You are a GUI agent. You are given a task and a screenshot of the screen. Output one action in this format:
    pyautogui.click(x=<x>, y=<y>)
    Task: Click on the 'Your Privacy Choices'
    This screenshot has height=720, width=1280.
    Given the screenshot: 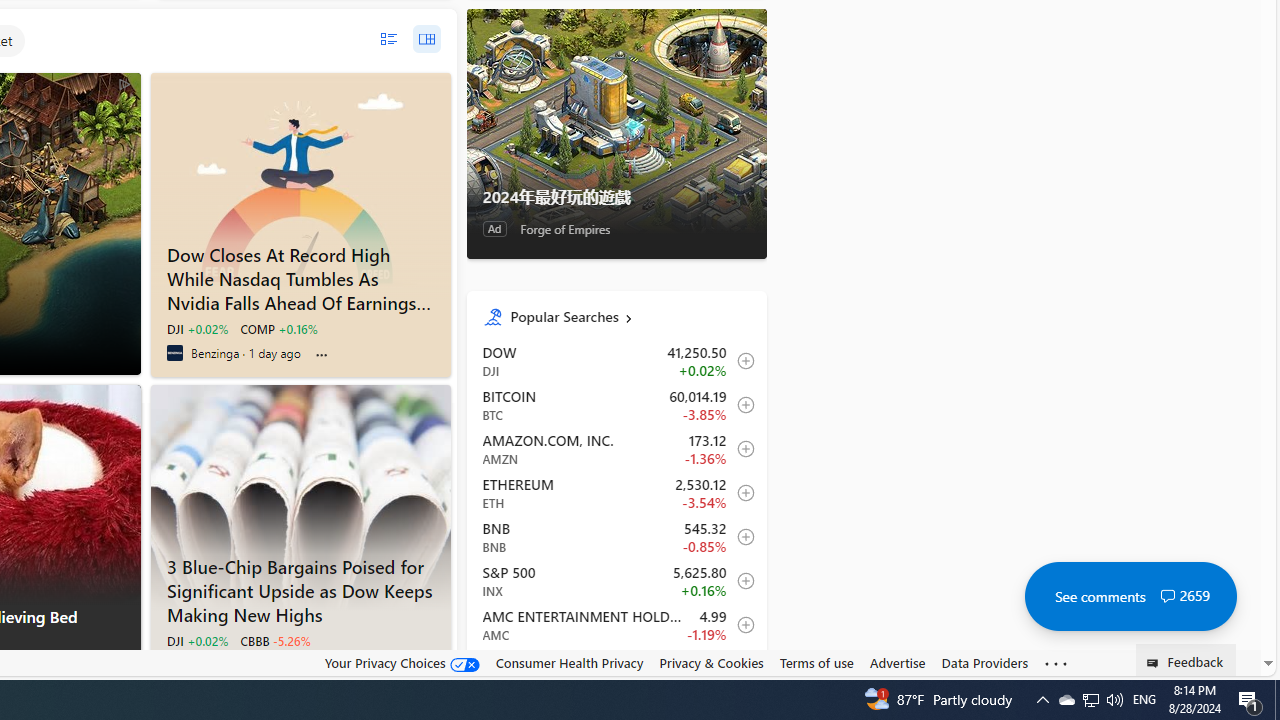 What is the action you would take?
    pyautogui.click(x=400, y=662)
    